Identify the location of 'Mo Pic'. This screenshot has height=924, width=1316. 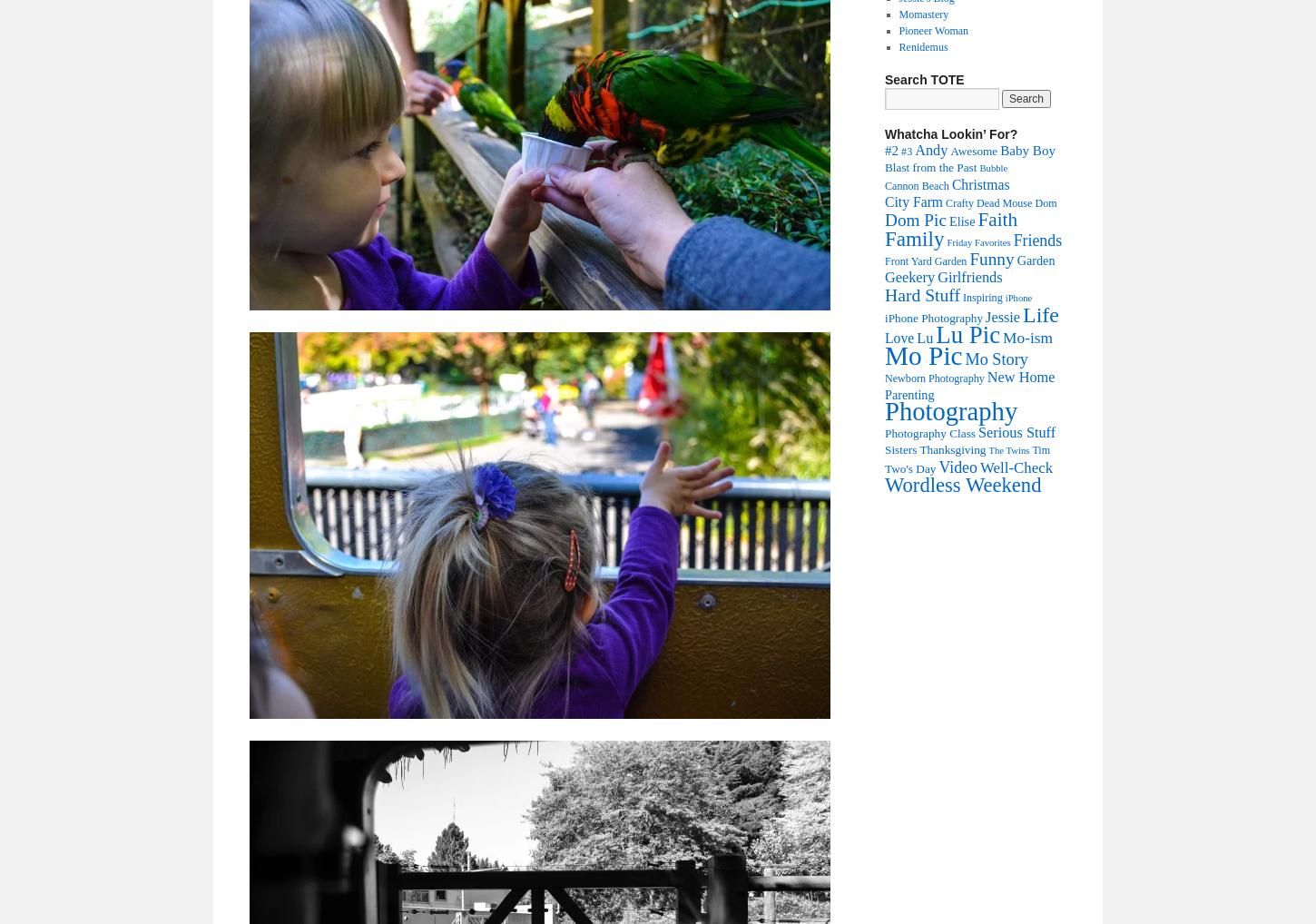
(884, 356).